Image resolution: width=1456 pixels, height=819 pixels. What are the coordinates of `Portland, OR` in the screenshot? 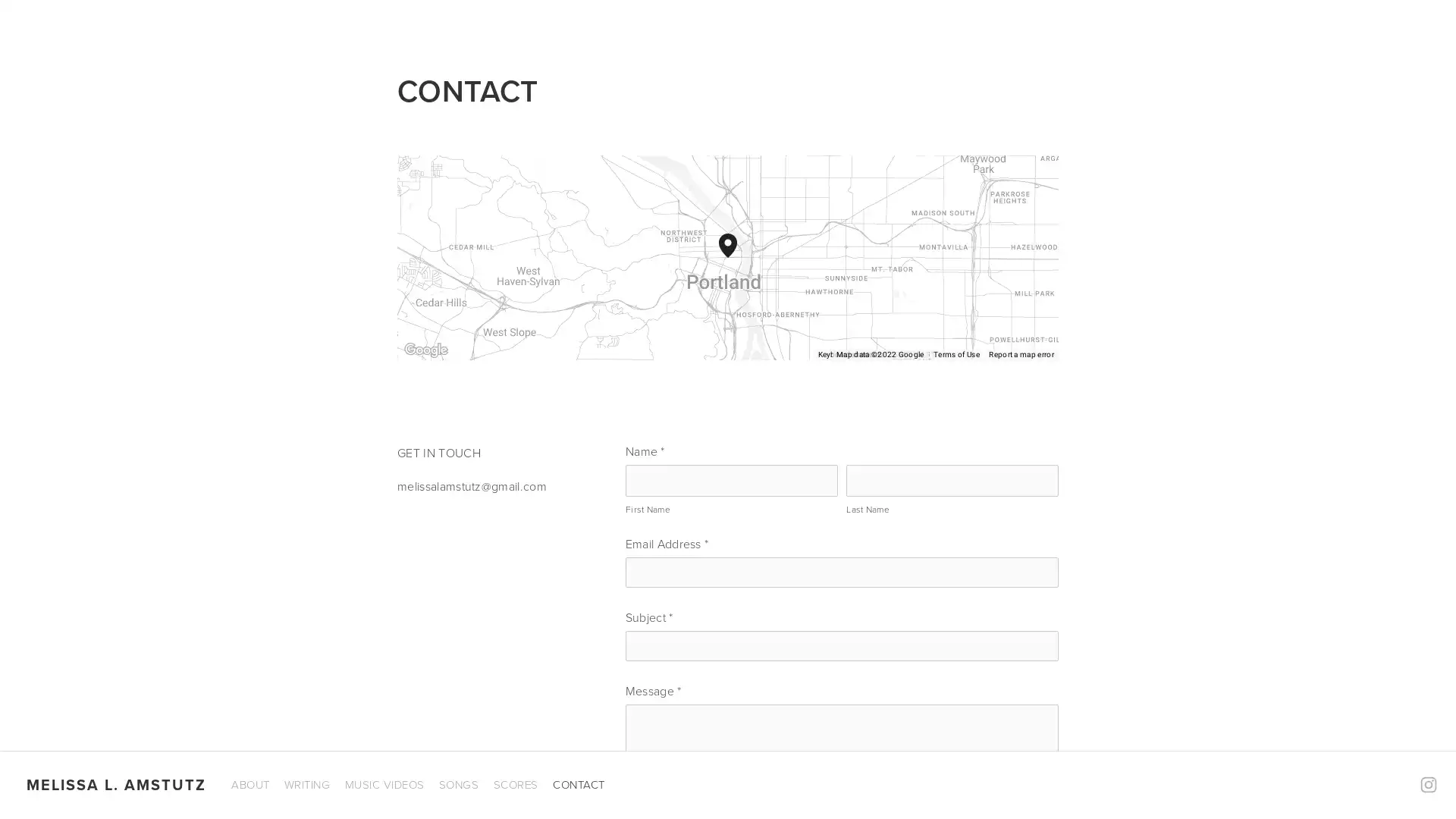 It's located at (737, 256).